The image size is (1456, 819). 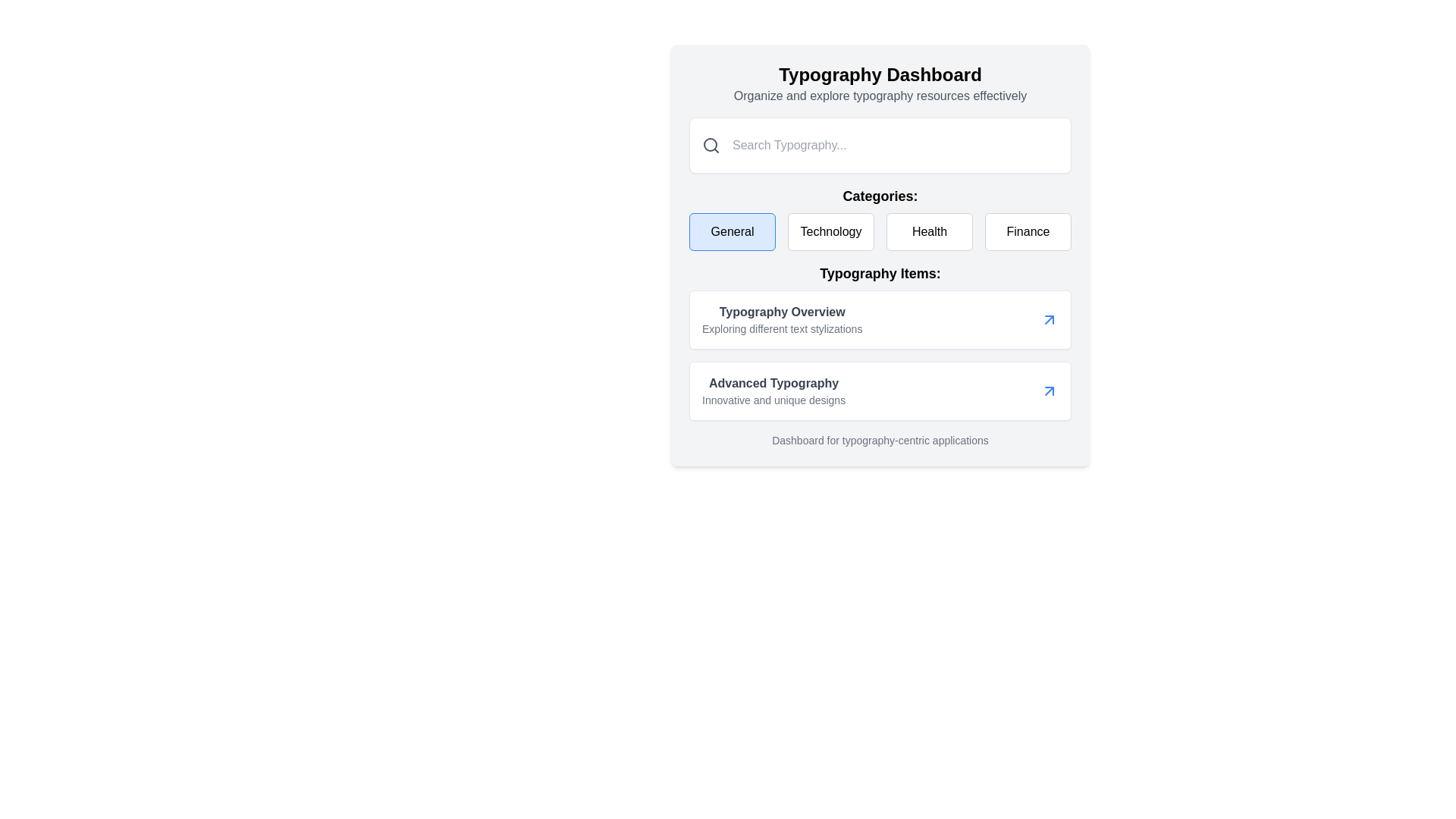 What do you see at coordinates (830, 231) in the screenshot?
I see `the 'Technology' button, which is the second button in a row of four category buttons` at bounding box center [830, 231].